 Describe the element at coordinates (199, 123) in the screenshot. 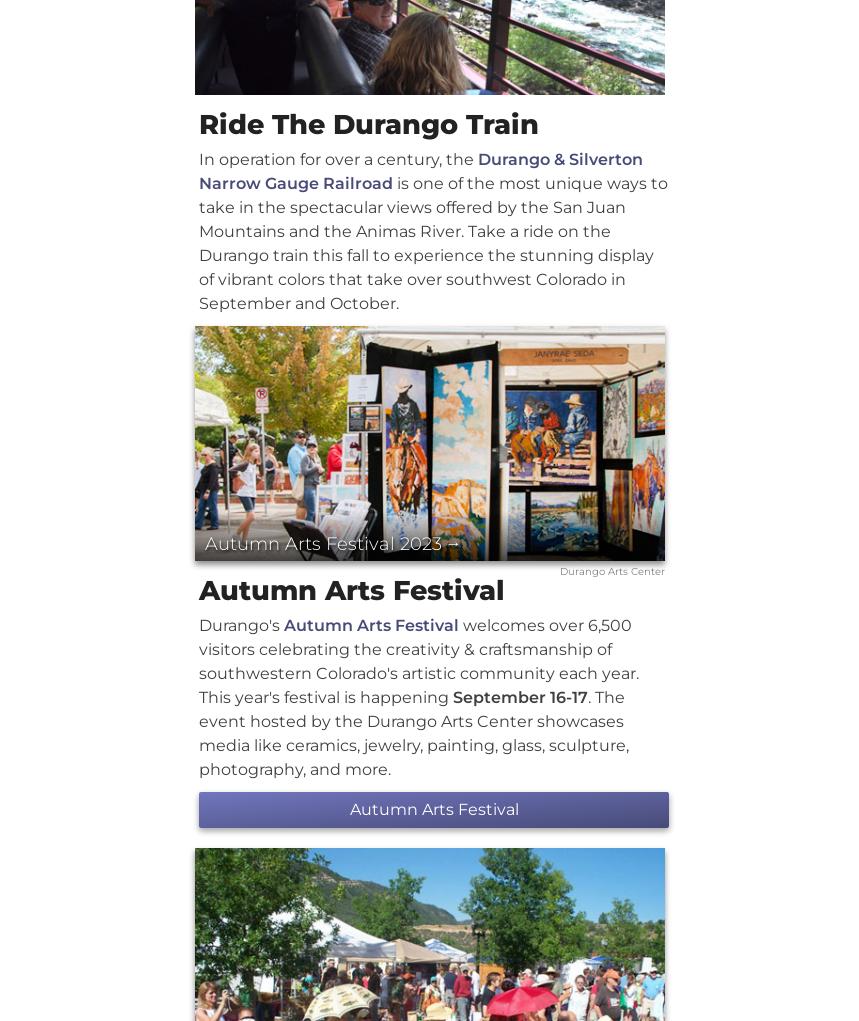

I see `'Ride The Durango Train'` at that location.